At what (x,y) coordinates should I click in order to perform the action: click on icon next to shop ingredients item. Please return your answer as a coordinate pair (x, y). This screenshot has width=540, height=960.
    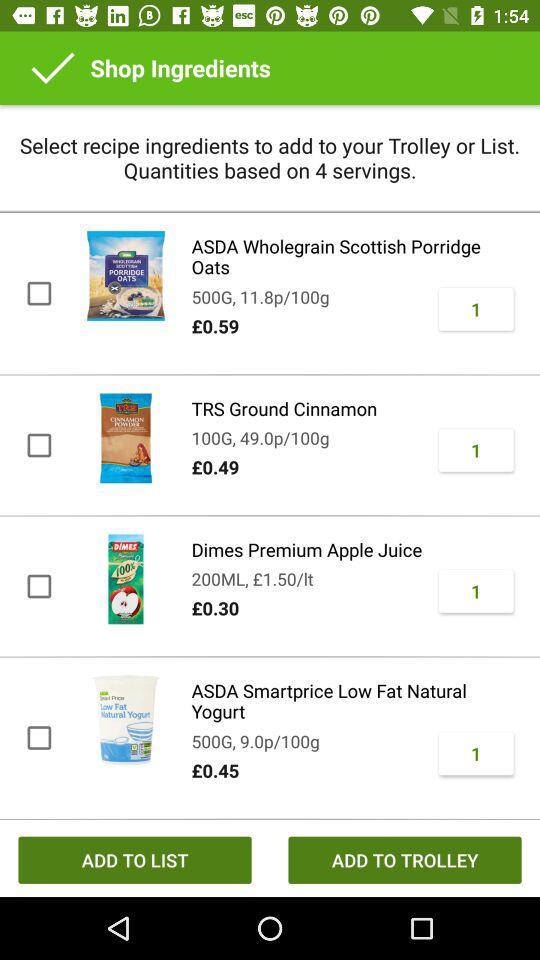
    Looking at the image, I should click on (53, 68).